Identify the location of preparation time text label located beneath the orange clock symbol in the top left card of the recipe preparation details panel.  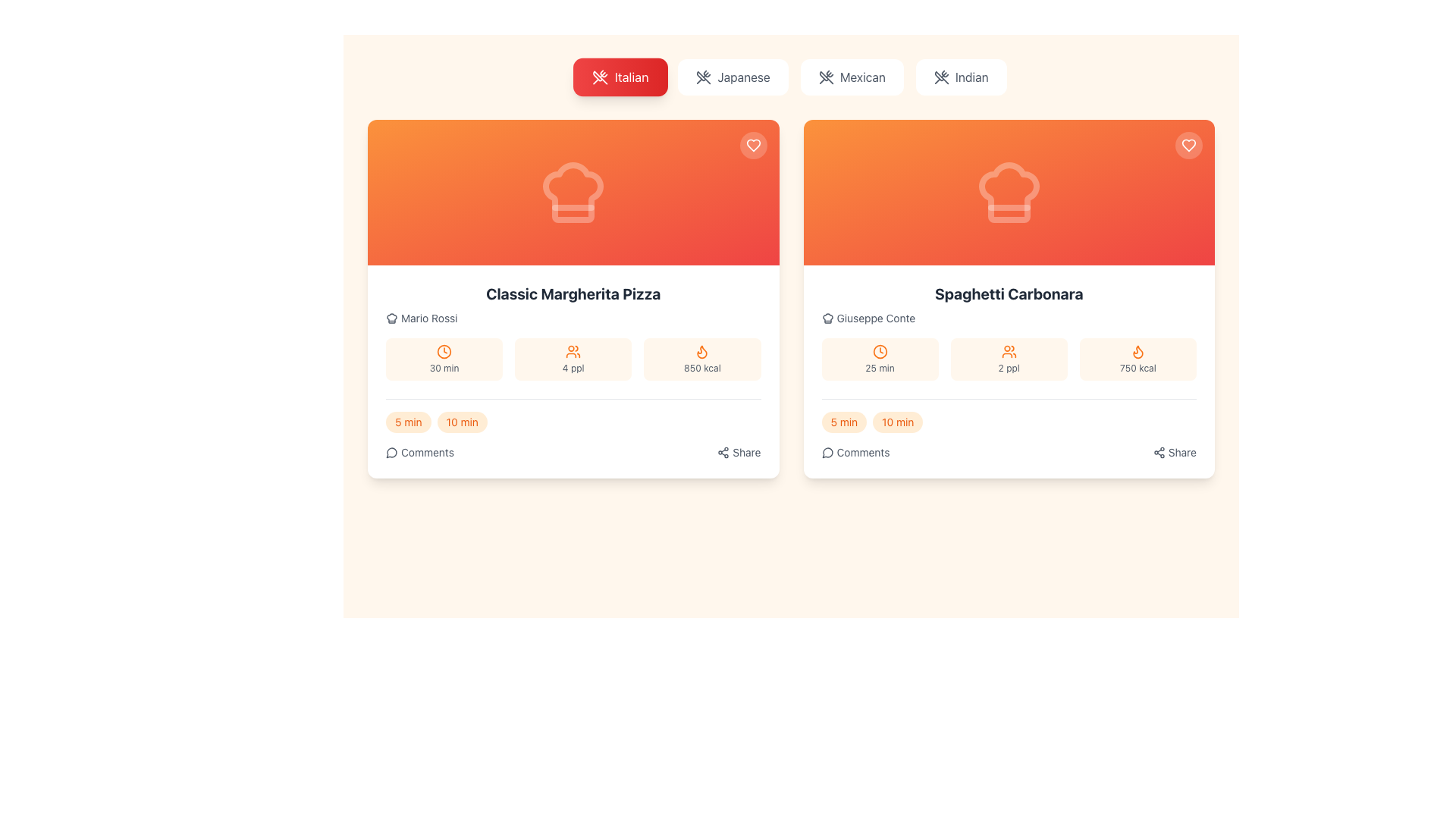
(444, 369).